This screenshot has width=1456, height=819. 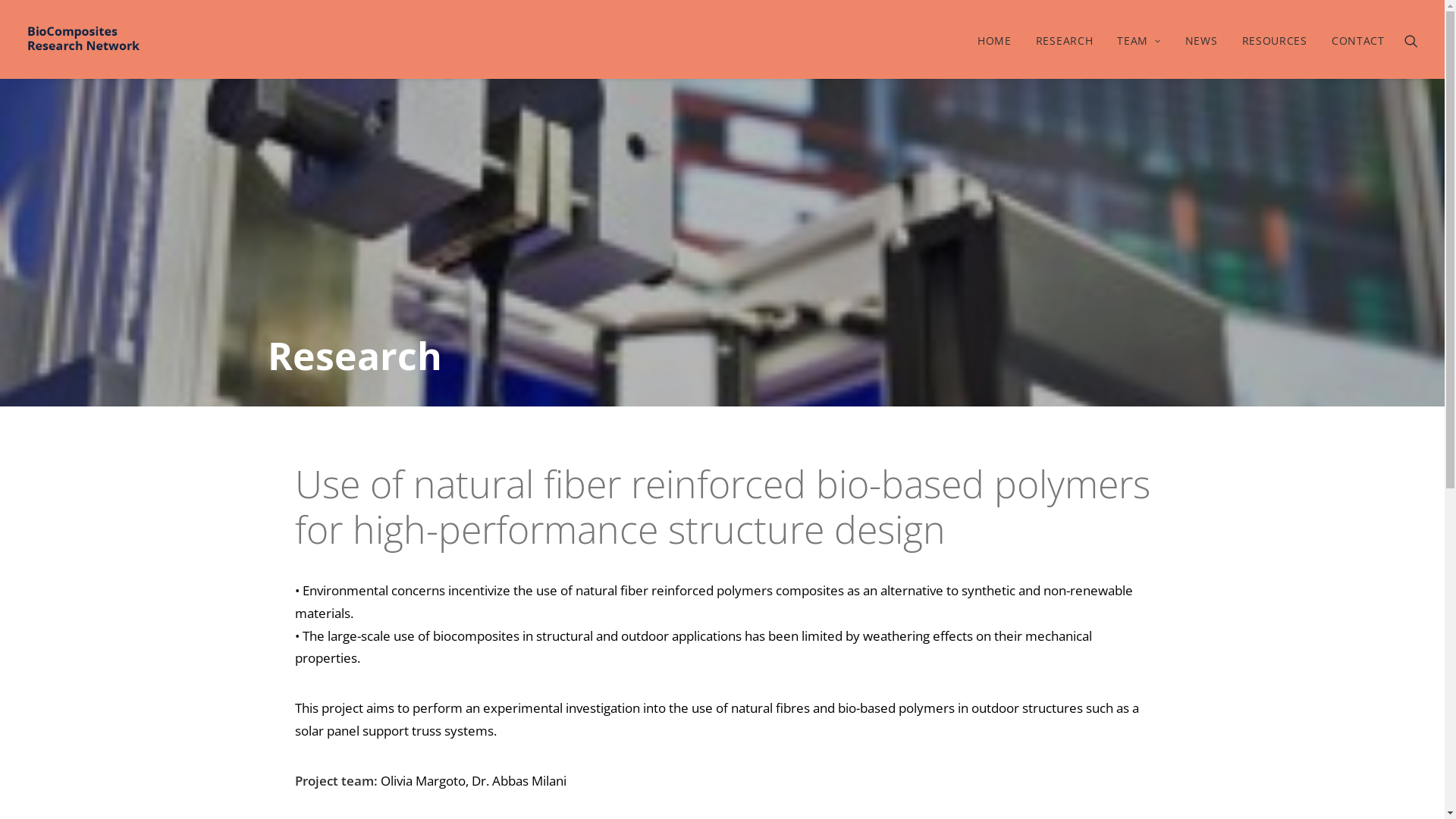 What do you see at coordinates (1138, 38) in the screenshot?
I see `'TEAM'` at bounding box center [1138, 38].